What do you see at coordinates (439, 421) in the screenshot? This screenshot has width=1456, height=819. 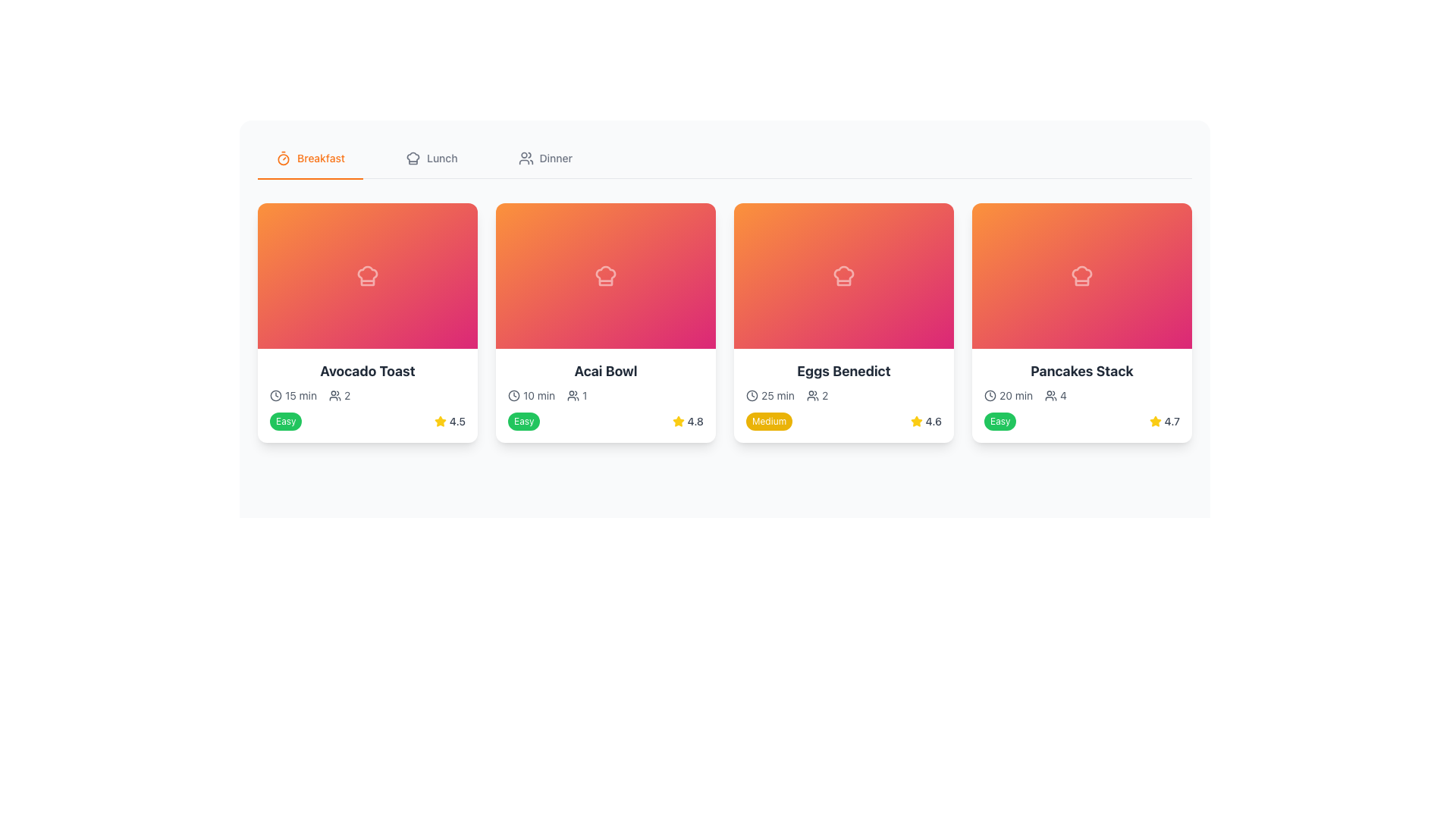 I see `the star icon representing the 4.5 rating for the 'Avocado Toast' dish, located in the rating group beside the numerical rating` at bounding box center [439, 421].